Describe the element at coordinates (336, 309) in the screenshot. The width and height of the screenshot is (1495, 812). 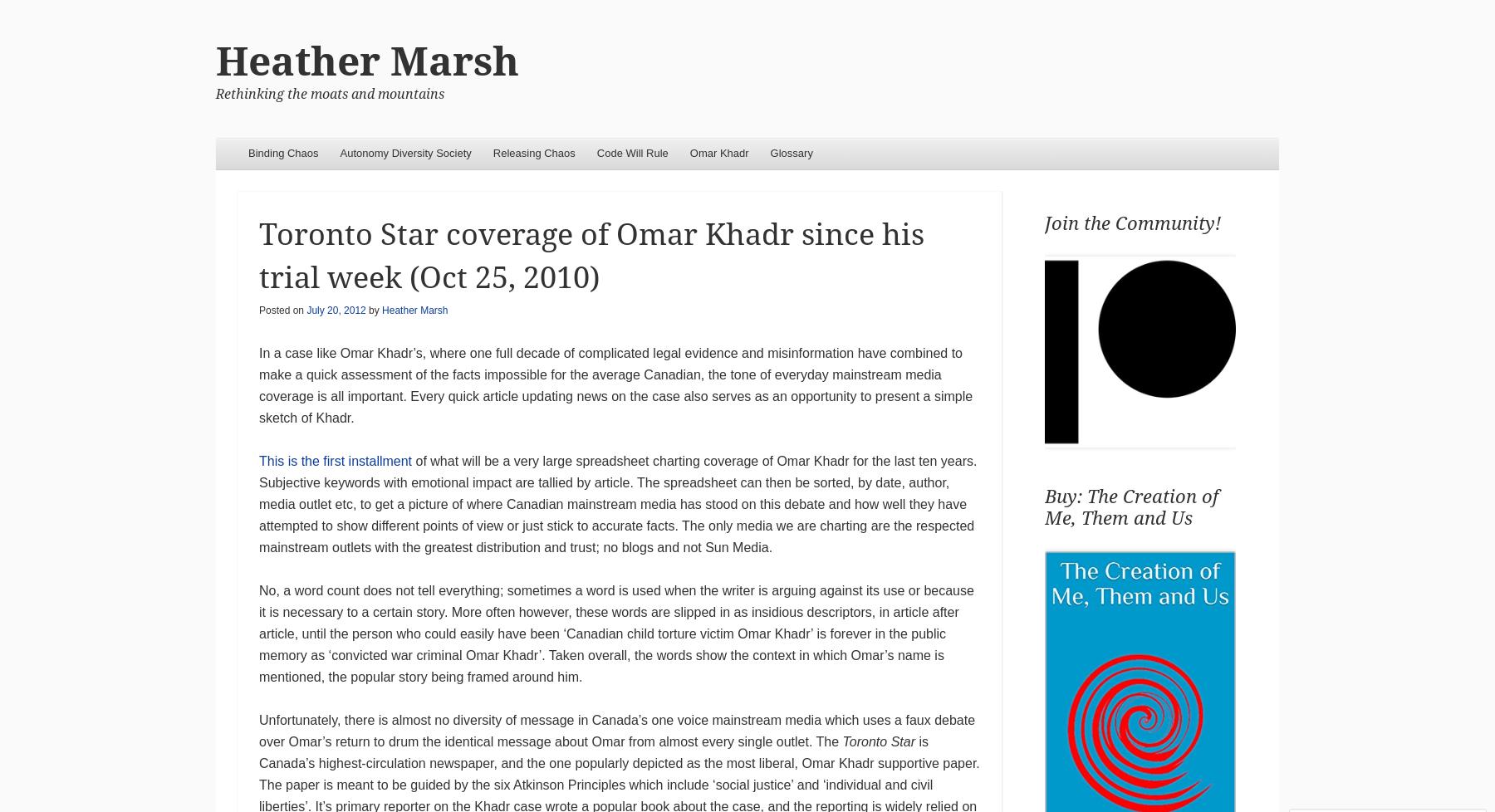
I see `'July 20, 2012'` at that location.